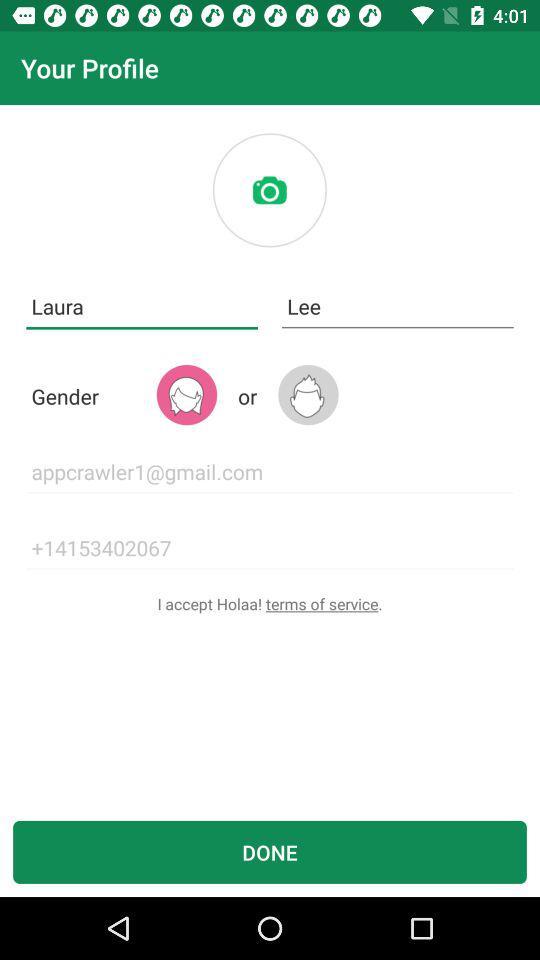 This screenshot has height=960, width=540. I want to click on the lee at the top right corner, so click(397, 307).